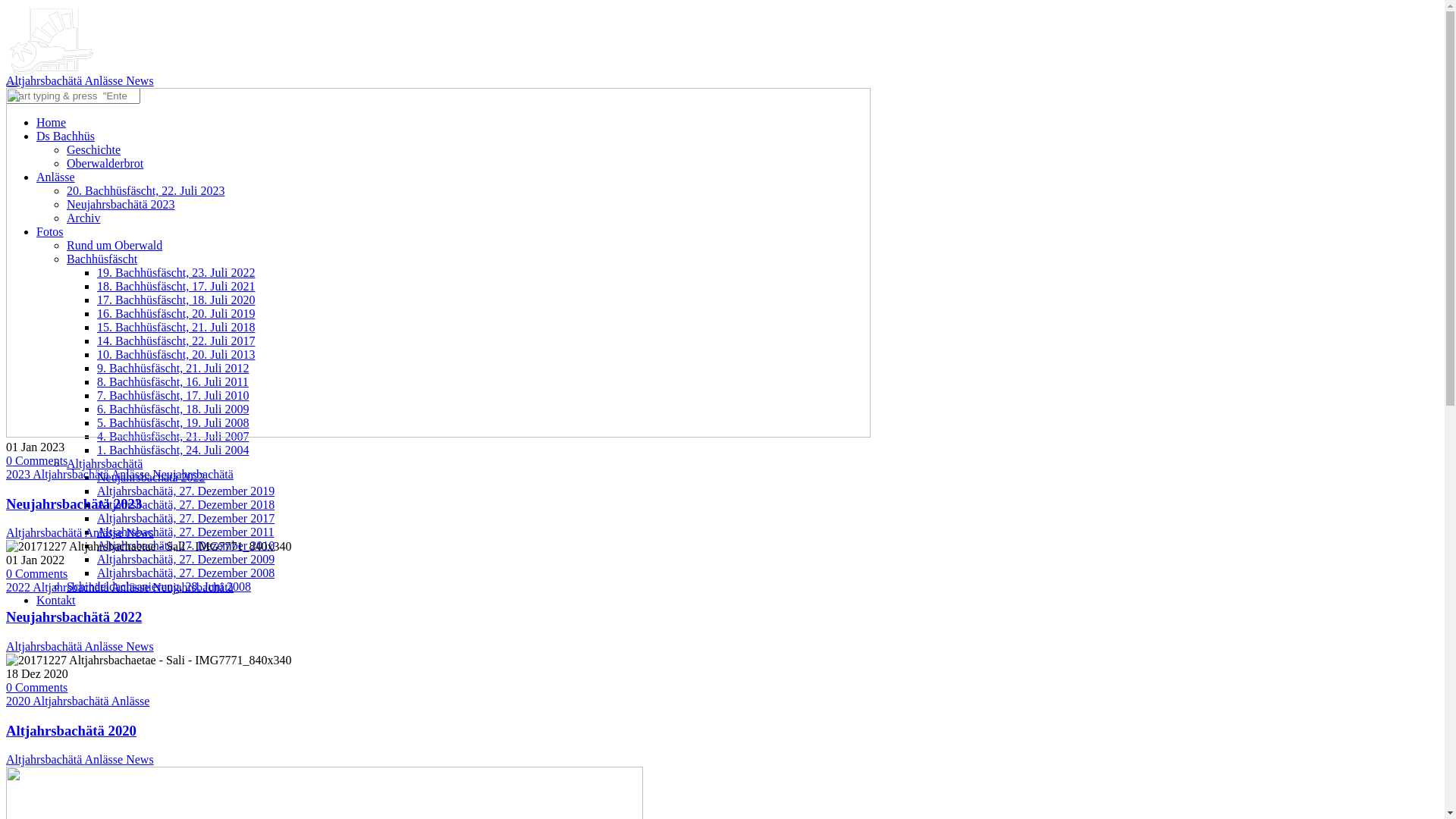 This screenshot has height=819, width=1456. I want to click on 'Kontakt', so click(55, 599).